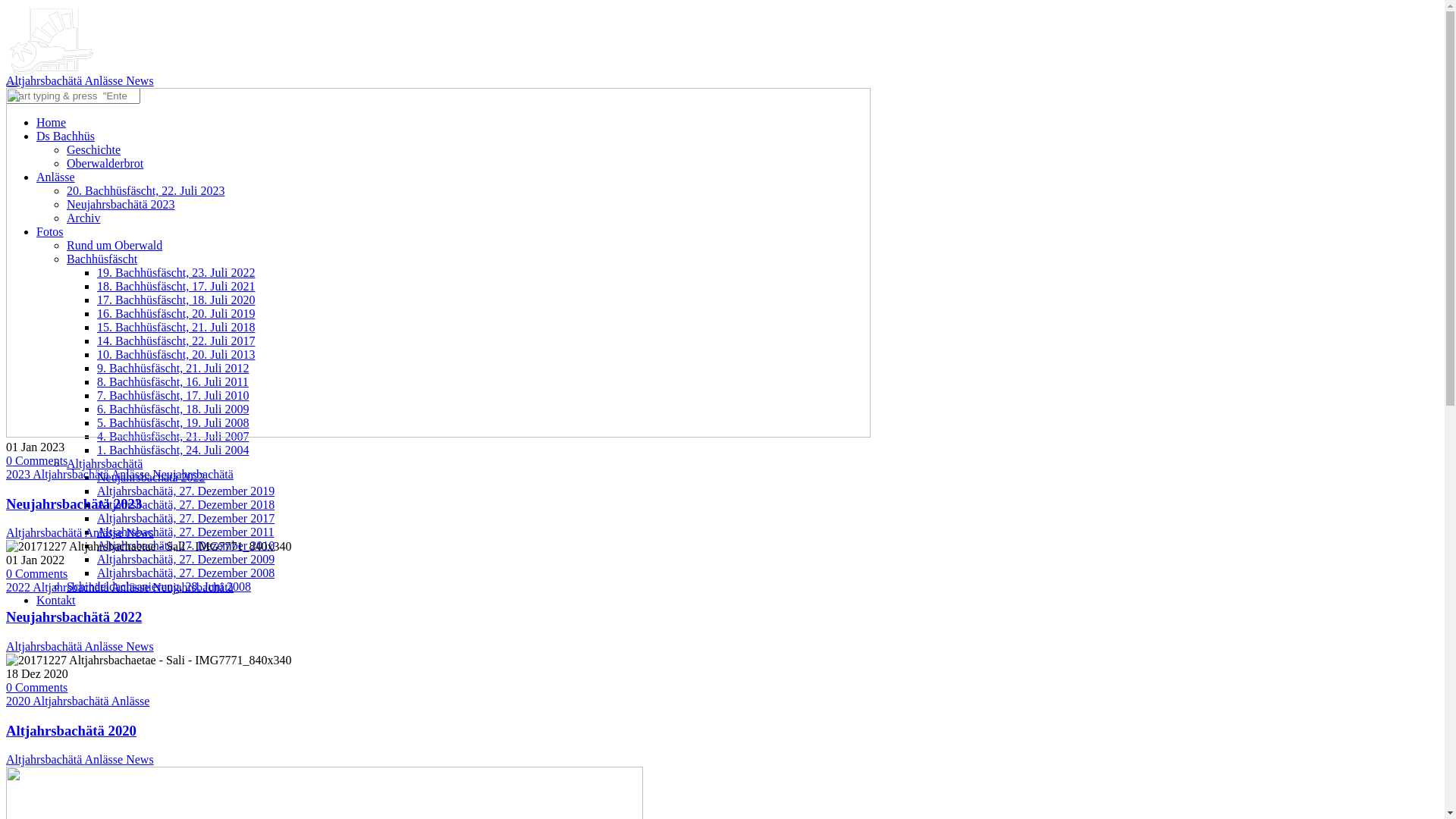 This screenshot has height=819, width=1456. I want to click on 'Kontakt', so click(55, 599).